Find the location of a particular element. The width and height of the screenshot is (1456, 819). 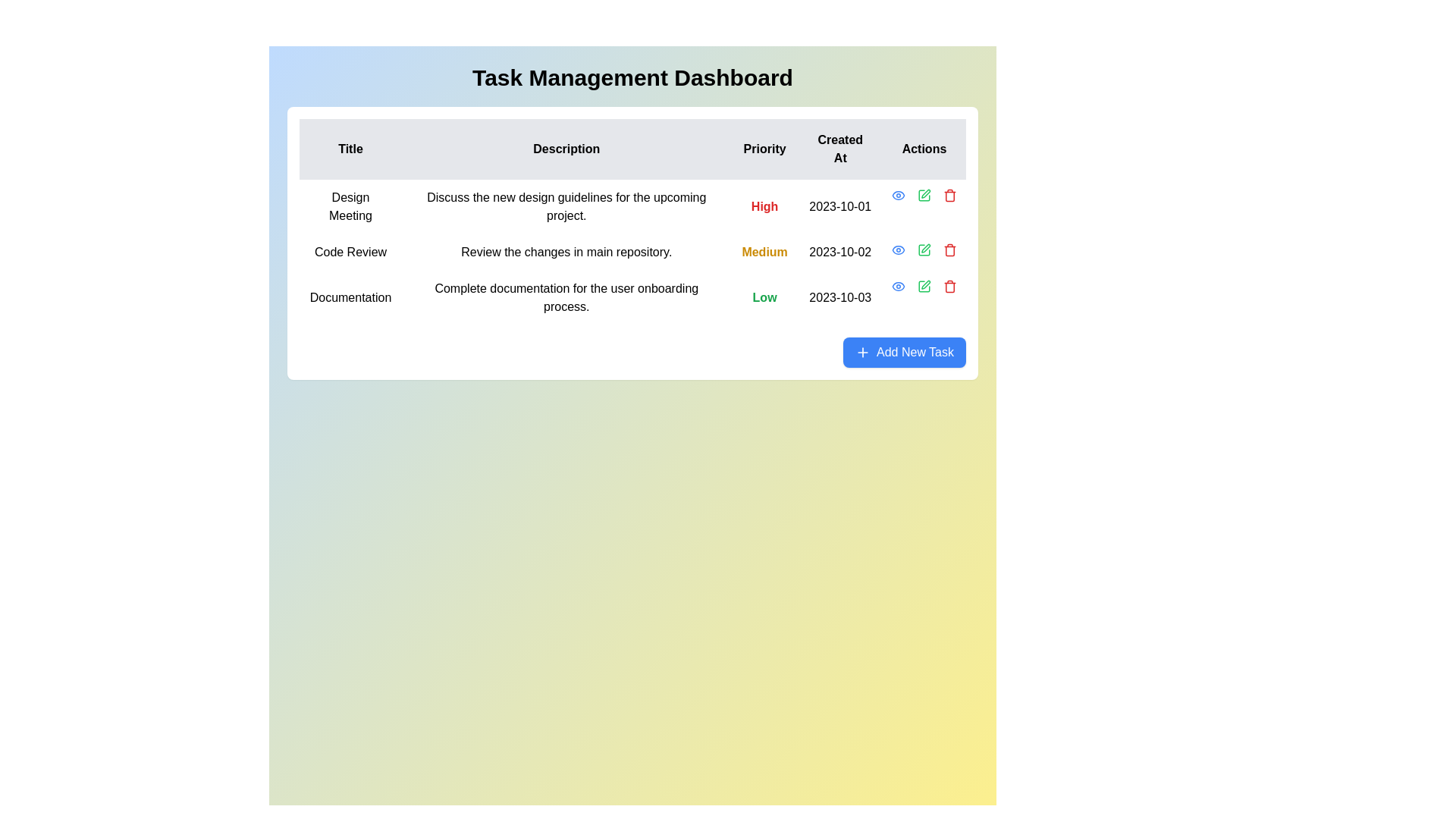

the text element that provides details about the 'Code Review' task, located in the second row of the table under the 'Description' column is located at coordinates (566, 251).